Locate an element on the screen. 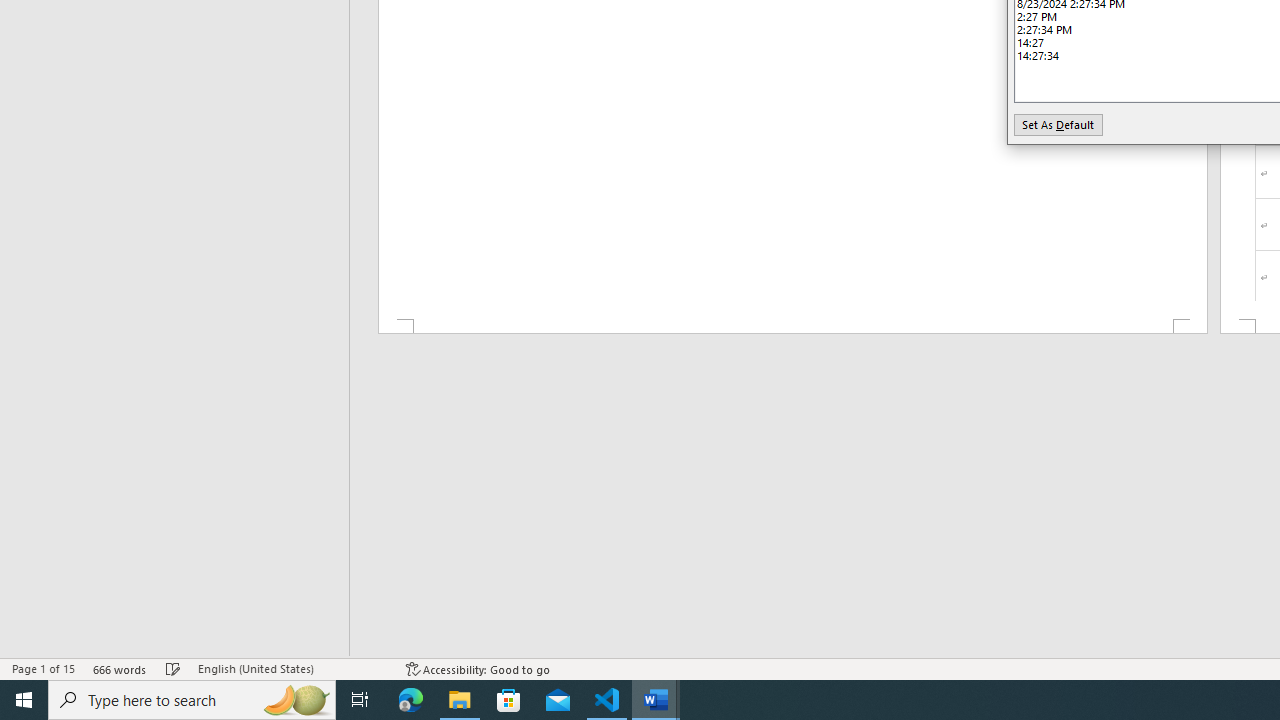 The width and height of the screenshot is (1280, 720). 'Accessibility Checker Accessibility: Good to go' is located at coordinates (477, 669).